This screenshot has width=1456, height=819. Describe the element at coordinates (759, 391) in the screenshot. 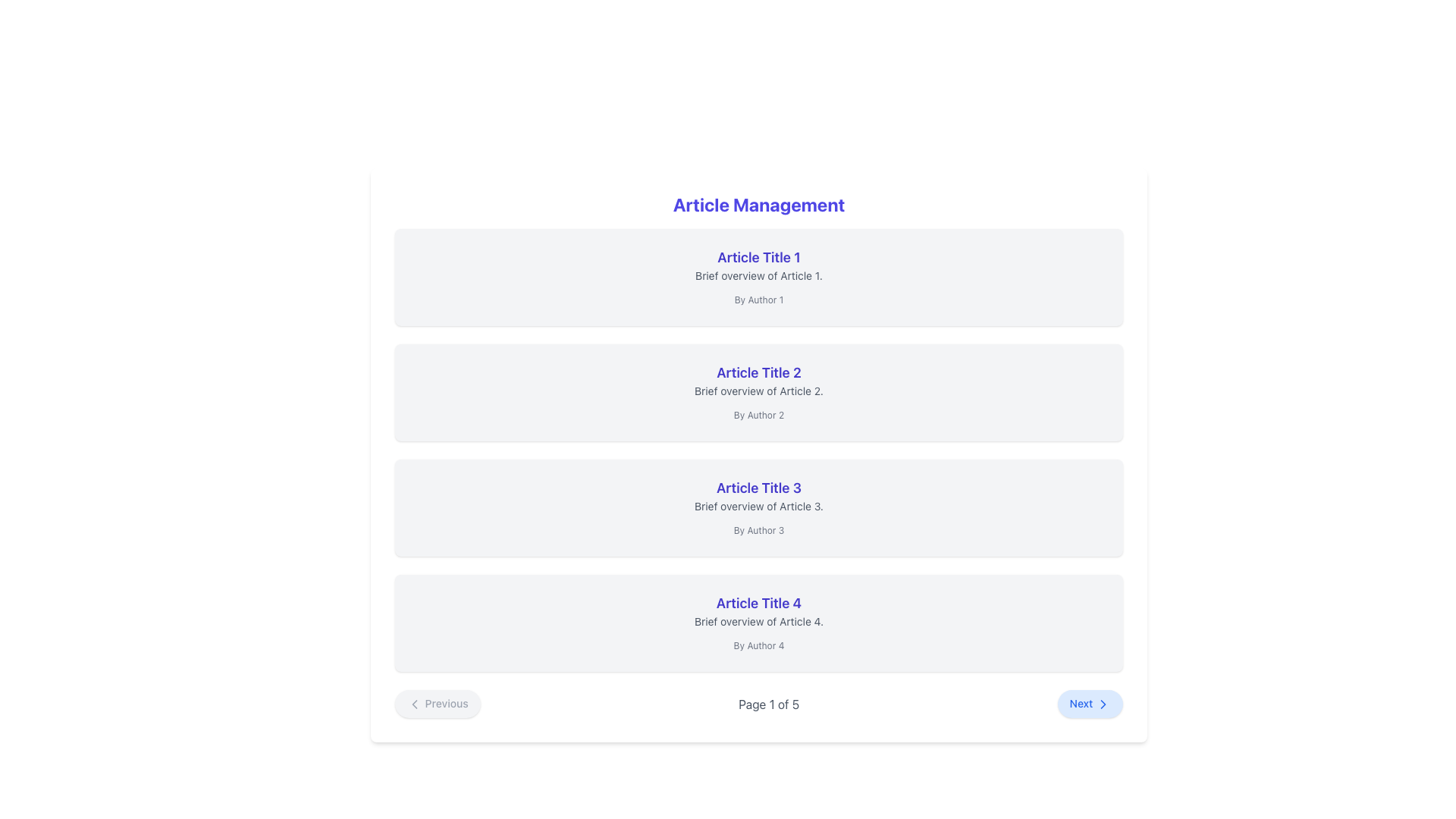

I see `the second article entry card, which displays the title, summary, and author's name, located in the central column below the first card` at that location.